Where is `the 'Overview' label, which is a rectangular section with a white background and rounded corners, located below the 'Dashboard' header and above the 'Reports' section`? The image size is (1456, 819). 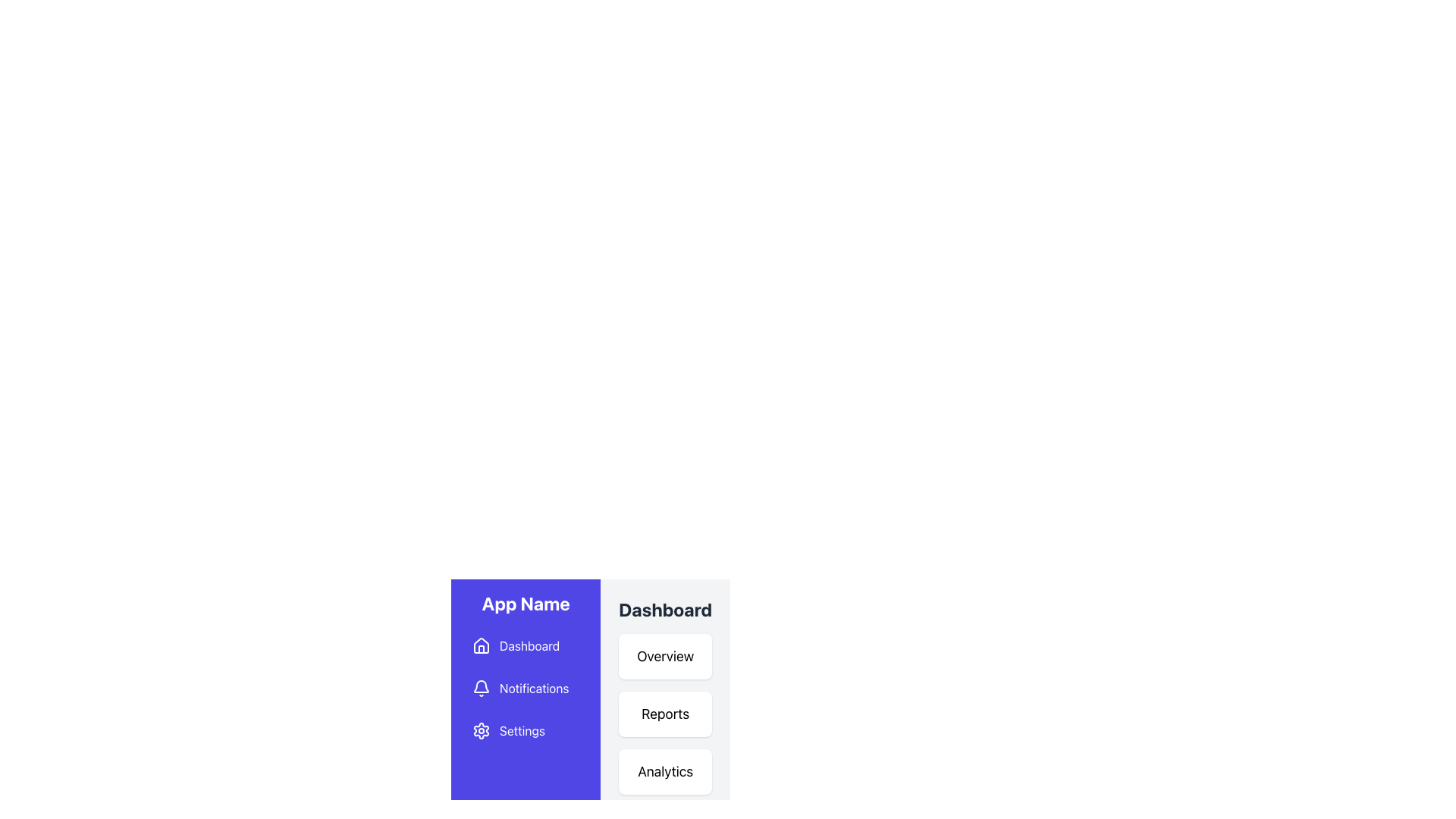 the 'Overview' label, which is a rectangular section with a white background and rounded corners, located below the 'Dashboard' header and above the 'Reports' section is located at coordinates (665, 656).